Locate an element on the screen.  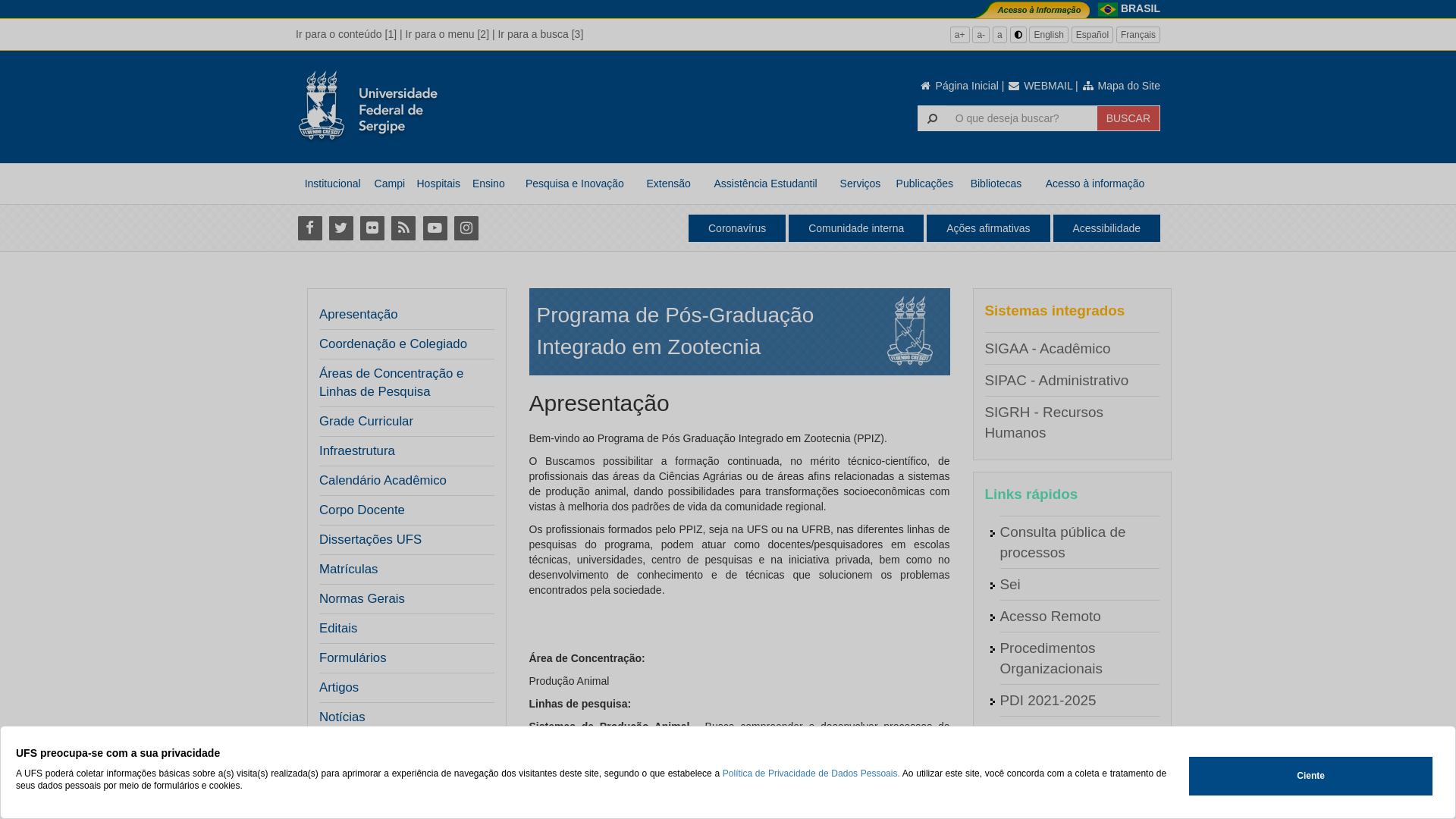
'Ir para a busca [3]' is located at coordinates (540, 34).